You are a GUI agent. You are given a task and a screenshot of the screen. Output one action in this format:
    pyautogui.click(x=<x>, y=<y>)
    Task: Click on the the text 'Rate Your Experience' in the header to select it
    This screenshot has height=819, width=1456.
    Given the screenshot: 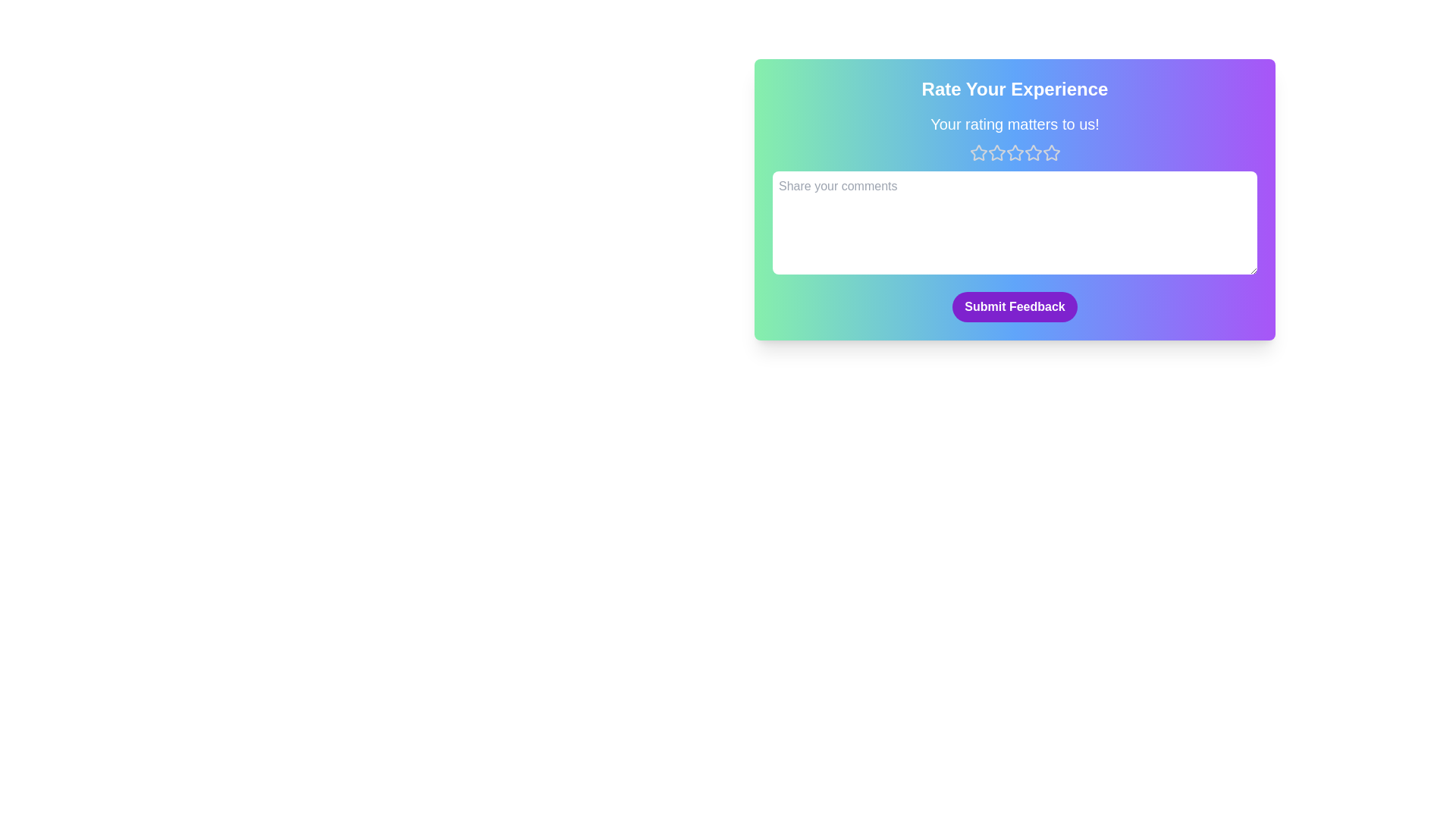 What is the action you would take?
    pyautogui.click(x=1015, y=89)
    